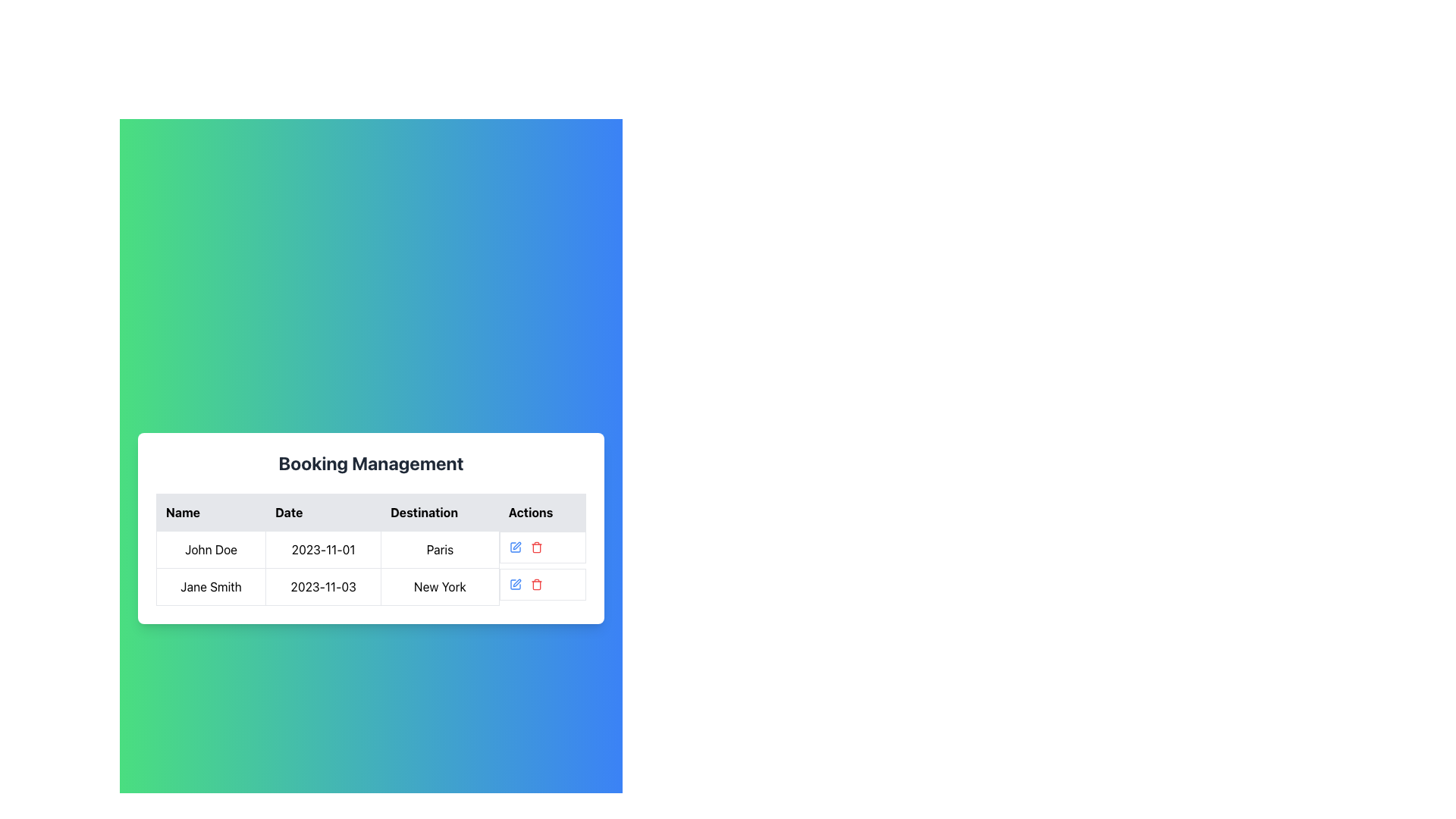 The height and width of the screenshot is (819, 1456). Describe the element at coordinates (371, 550) in the screenshot. I see `the first row of the Booking Management table` at that location.